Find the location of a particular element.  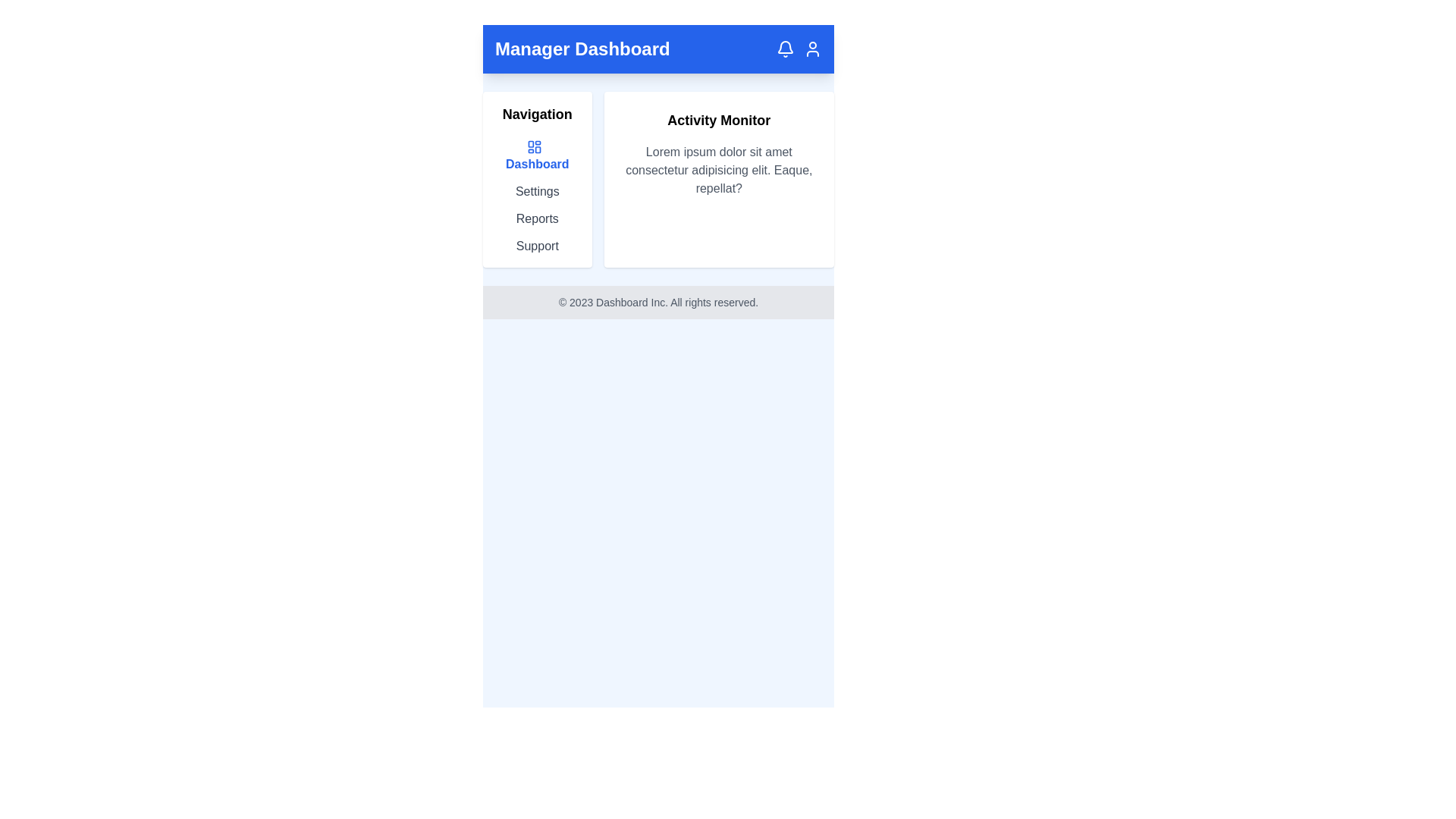

the user profile icon located in the top-right corner of the blue navigation bar to observe style changes is located at coordinates (811, 49).